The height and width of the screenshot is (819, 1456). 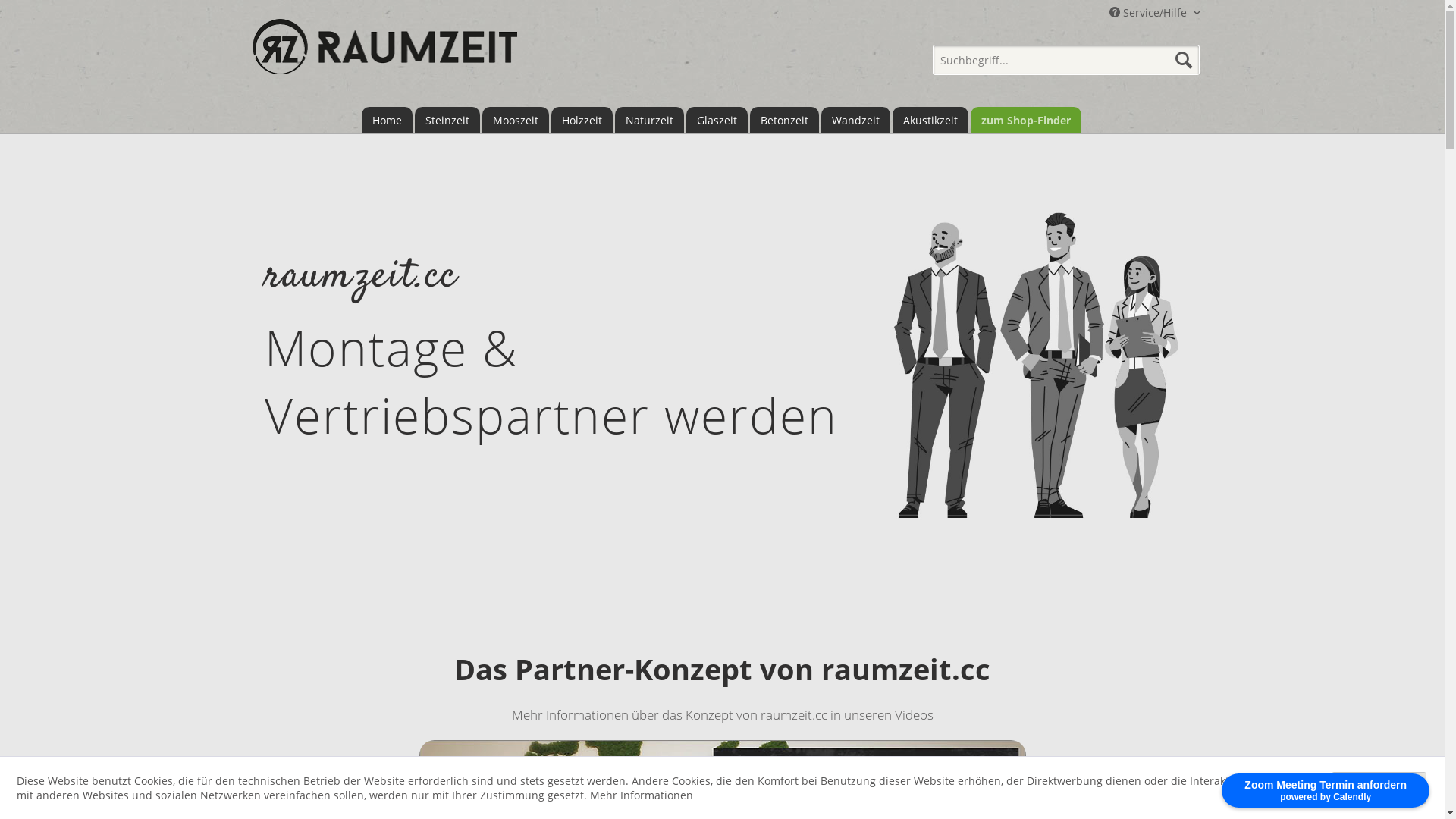 I want to click on 'Akustikzeit', so click(x=928, y=119).